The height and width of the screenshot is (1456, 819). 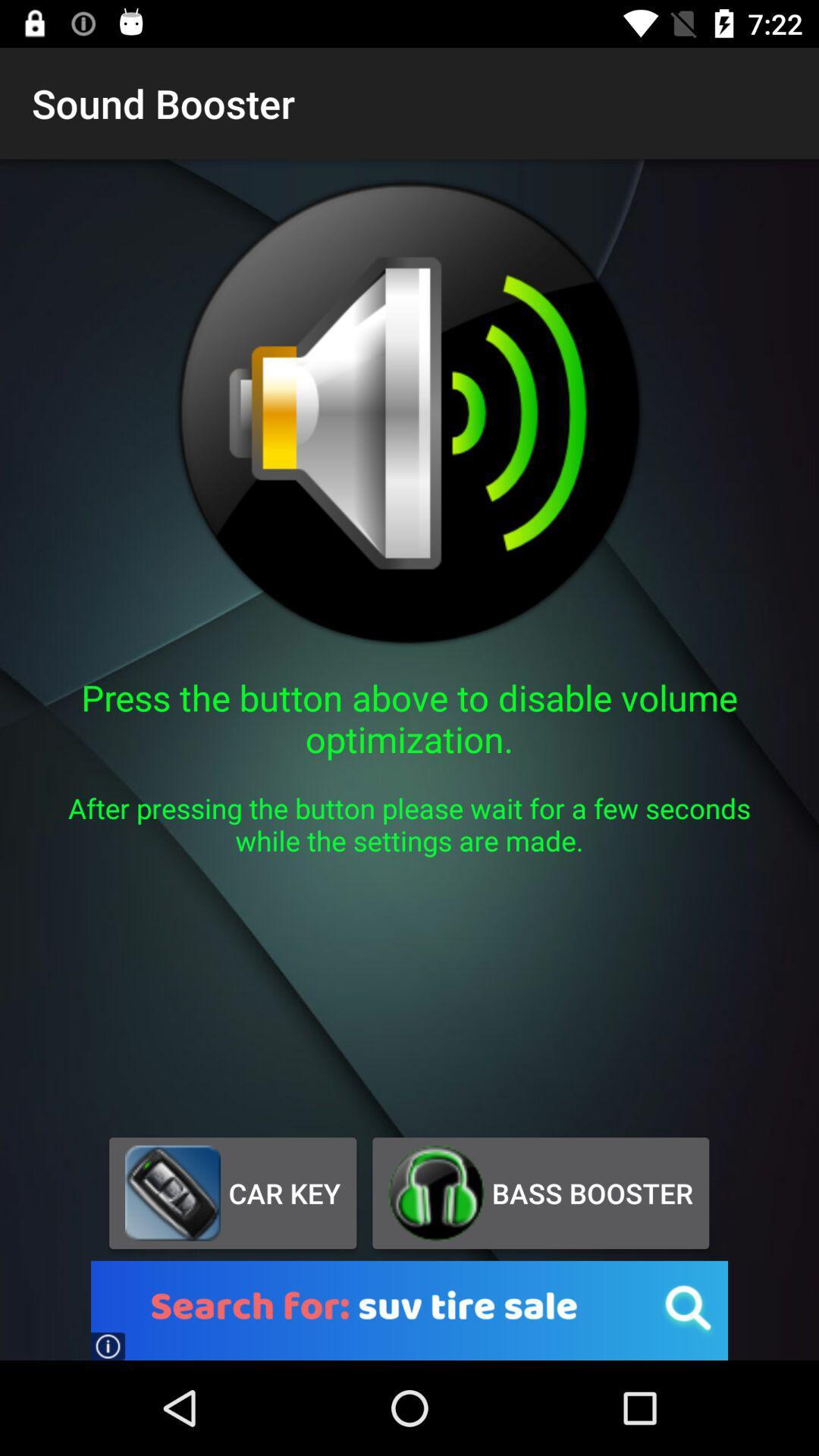 What do you see at coordinates (233, 1192) in the screenshot?
I see `the car key icon` at bounding box center [233, 1192].